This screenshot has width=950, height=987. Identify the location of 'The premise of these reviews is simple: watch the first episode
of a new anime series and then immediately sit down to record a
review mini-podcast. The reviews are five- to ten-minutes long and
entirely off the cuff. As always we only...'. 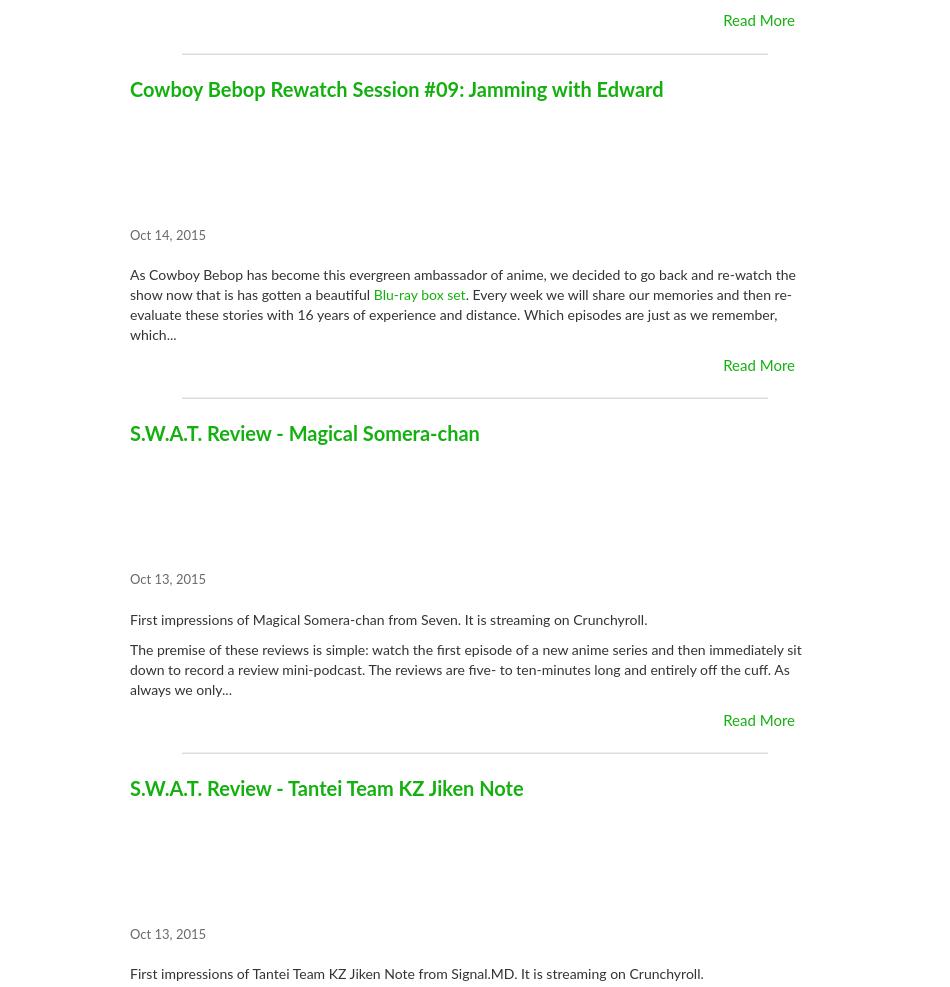
(464, 669).